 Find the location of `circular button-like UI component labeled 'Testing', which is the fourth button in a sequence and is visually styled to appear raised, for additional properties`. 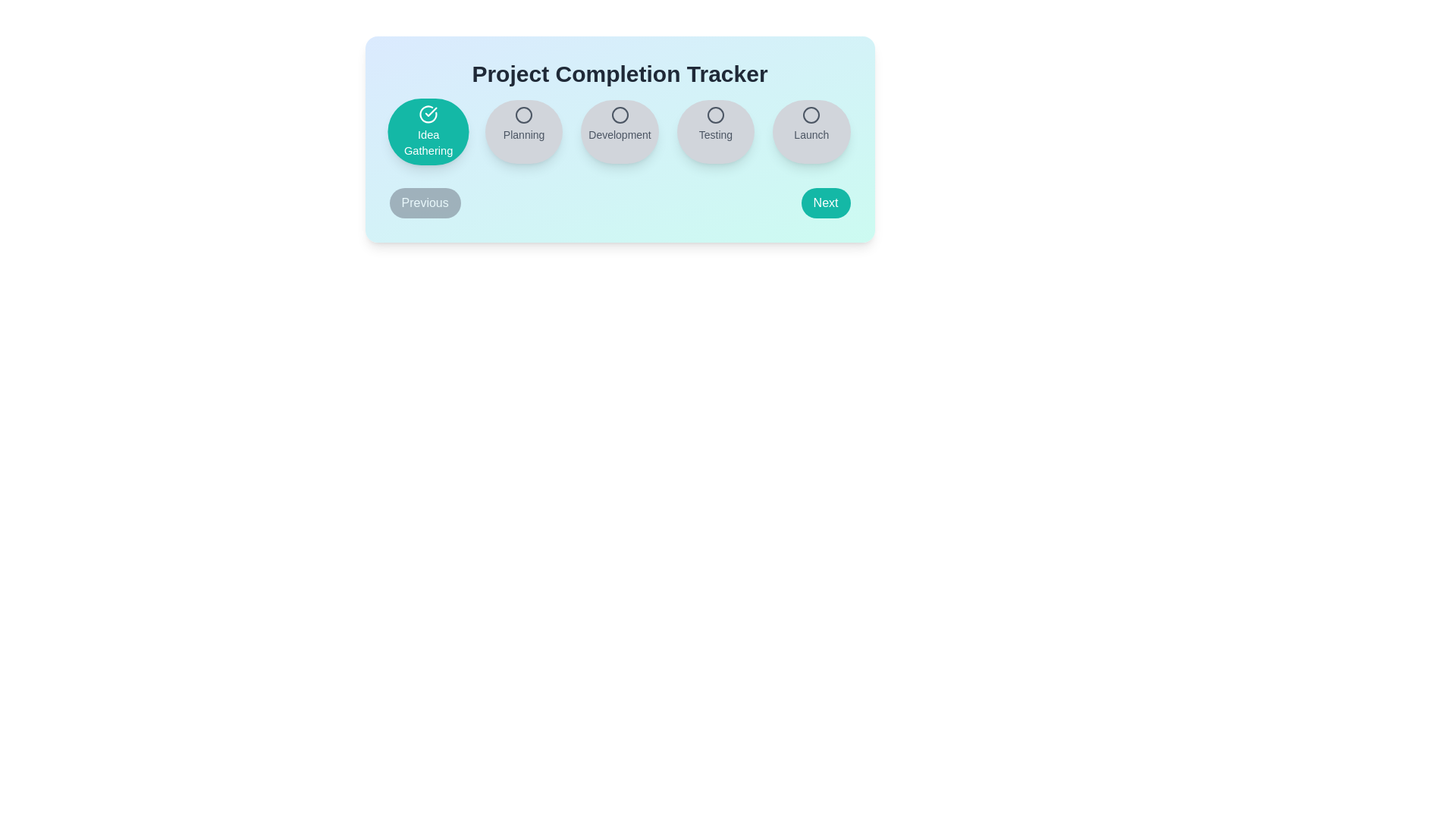

circular button-like UI component labeled 'Testing', which is the fourth button in a sequence and is visually styled to appear raised, for additional properties is located at coordinates (714, 130).